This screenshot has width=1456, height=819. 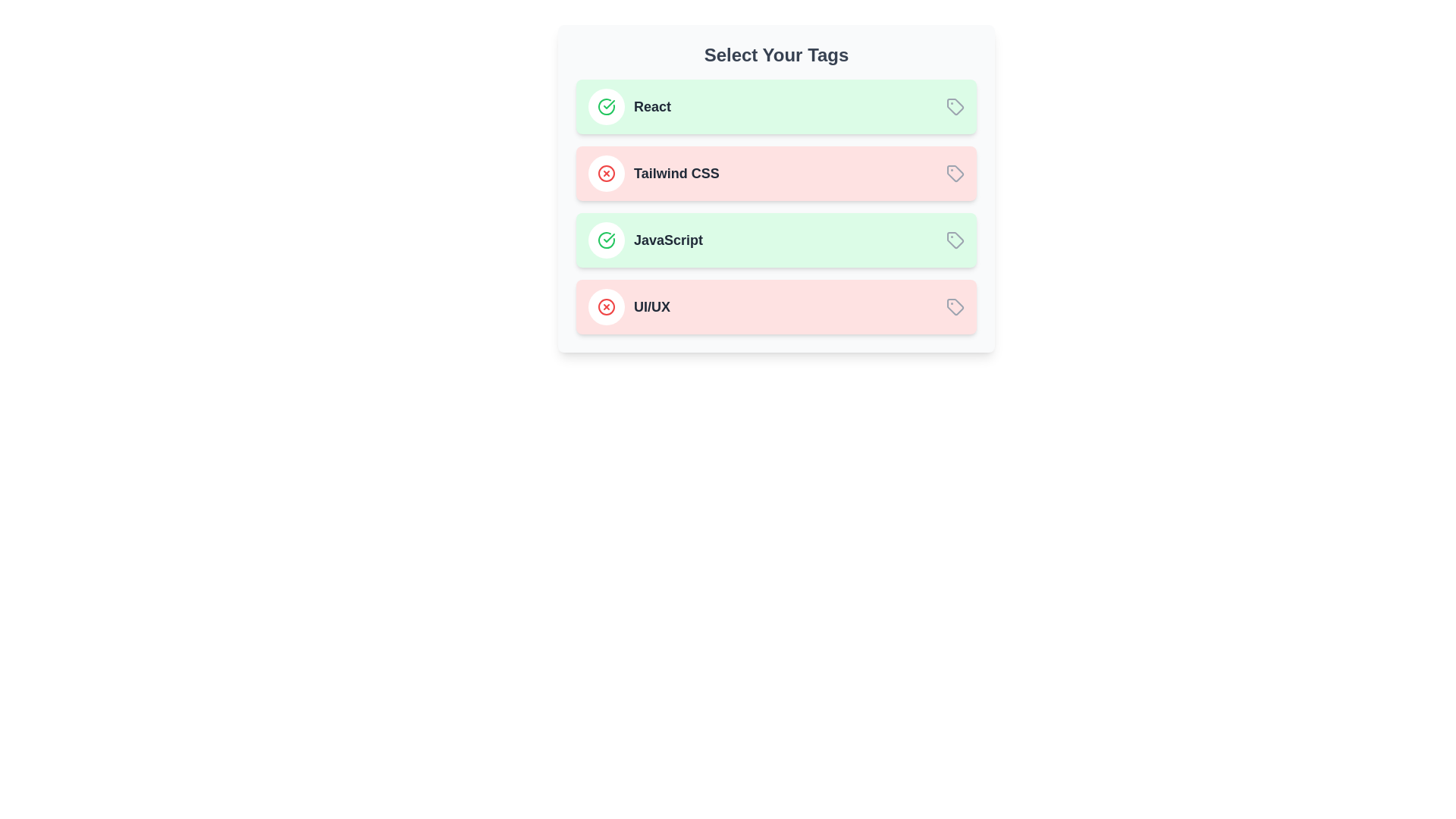 I want to click on the second tag indicator in the vertical list, so click(x=654, y=172).